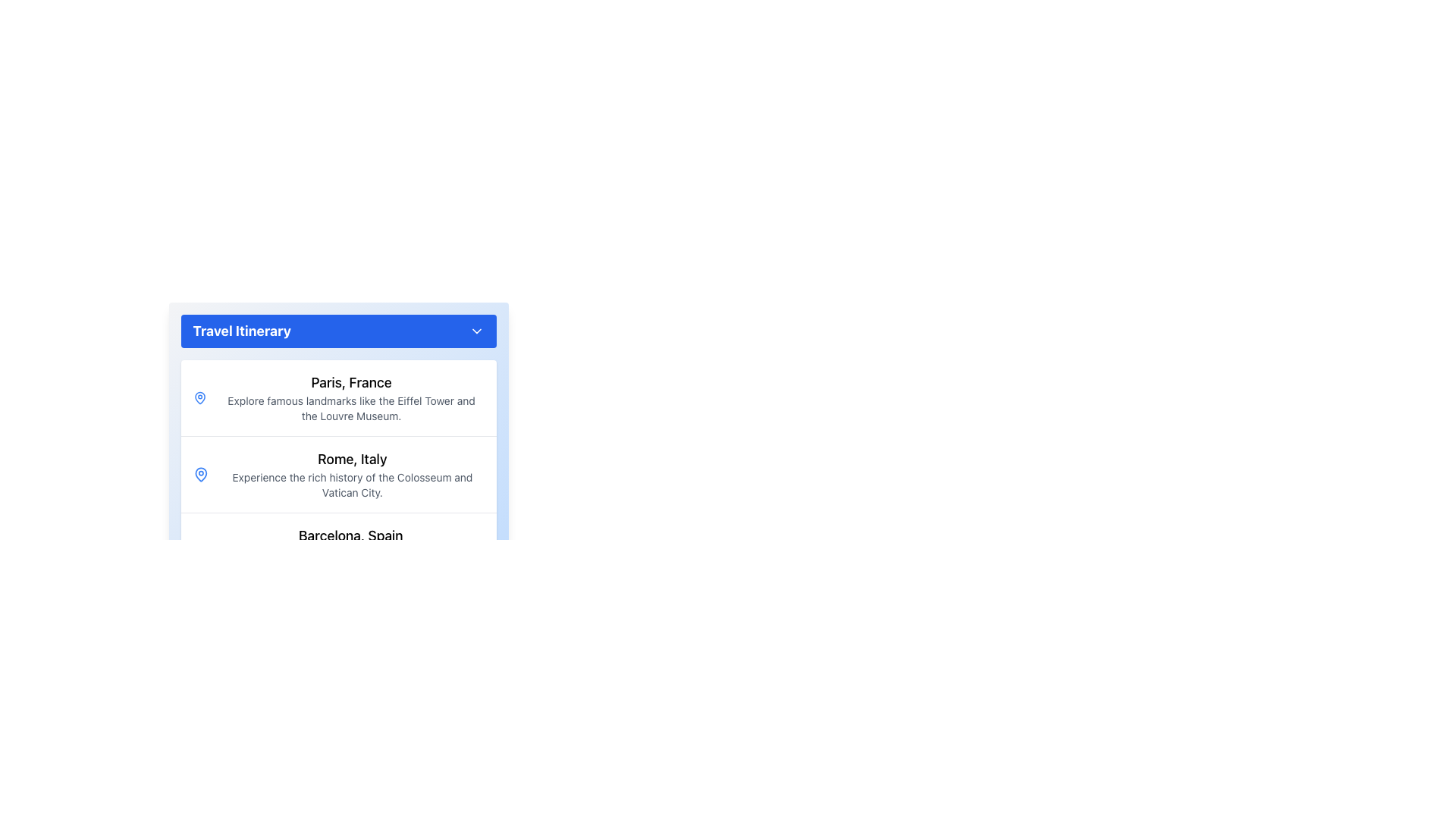 This screenshot has height=819, width=1456. What do you see at coordinates (199, 397) in the screenshot?
I see `the blue outline map pin icon that is second in the vertical sequence, next to the text 'Rome, Italy'` at bounding box center [199, 397].